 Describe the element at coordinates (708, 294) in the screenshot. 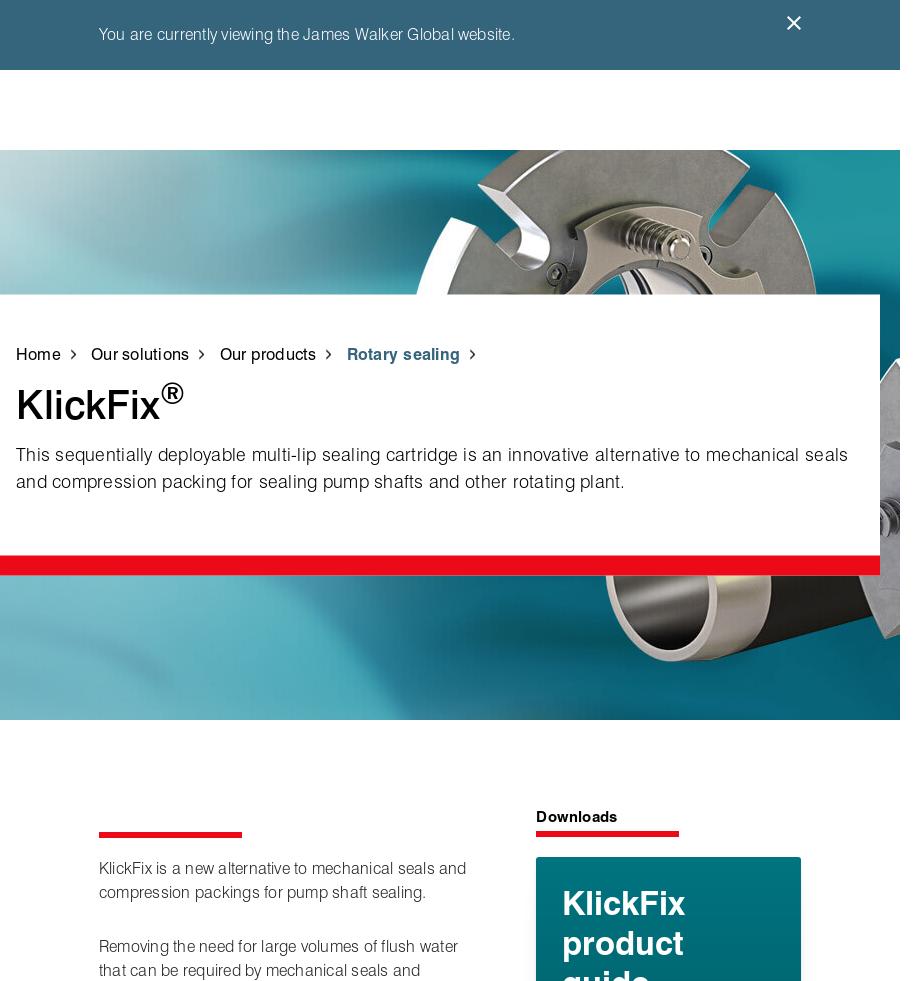

I see `'In this playlist'` at that location.